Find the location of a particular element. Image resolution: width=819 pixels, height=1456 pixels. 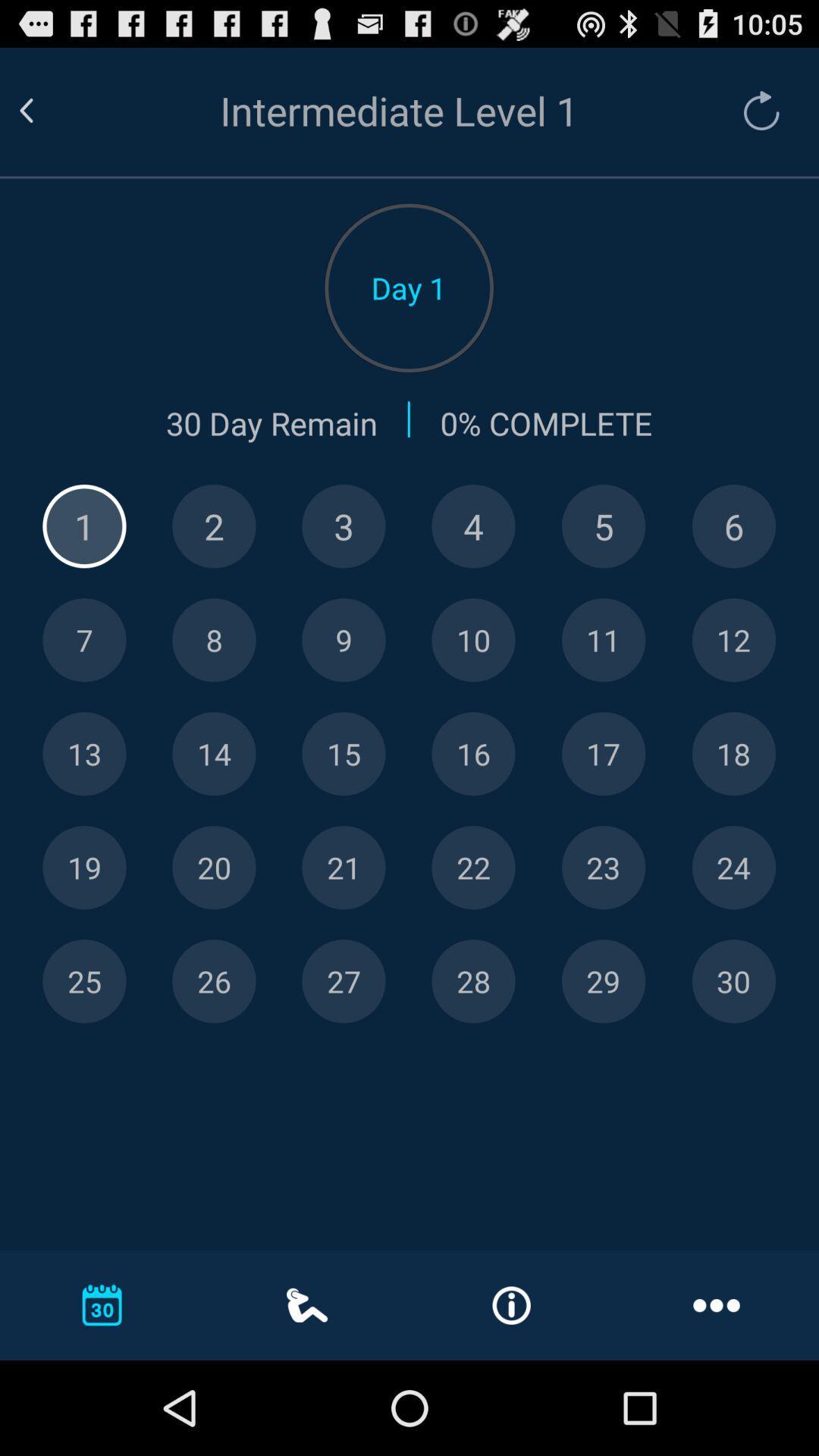

day 15 is located at coordinates (344, 754).